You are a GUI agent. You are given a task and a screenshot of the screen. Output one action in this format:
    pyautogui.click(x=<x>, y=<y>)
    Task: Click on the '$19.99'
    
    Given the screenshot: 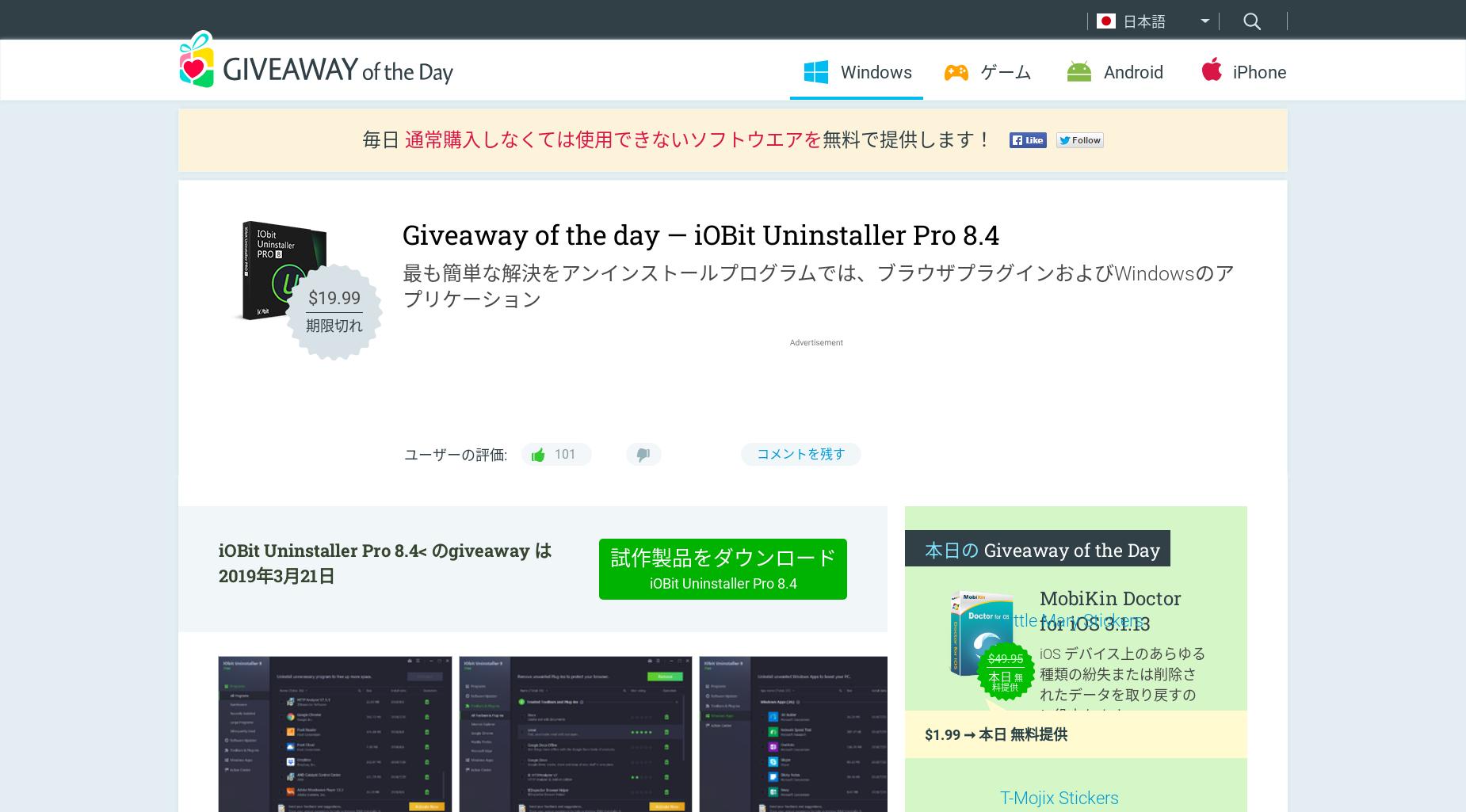 What is the action you would take?
    pyautogui.click(x=333, y=297)
    